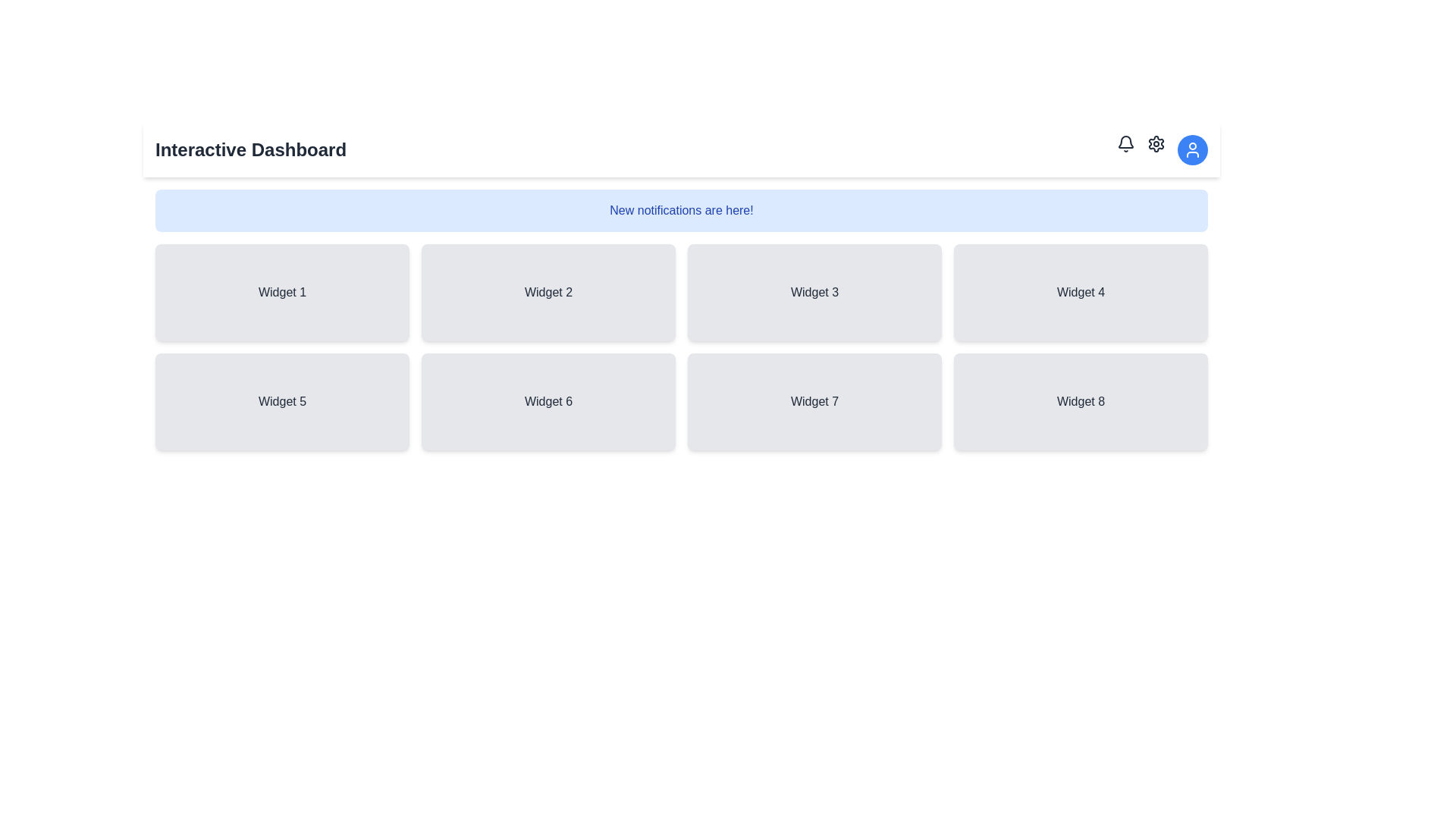 This screenshot has height=819, width=1456. I want to click on the settings button located in the top-right corner of the interface, which is the second icon from the right, between a bell icon and a user profile icon, so click(1156, 143).